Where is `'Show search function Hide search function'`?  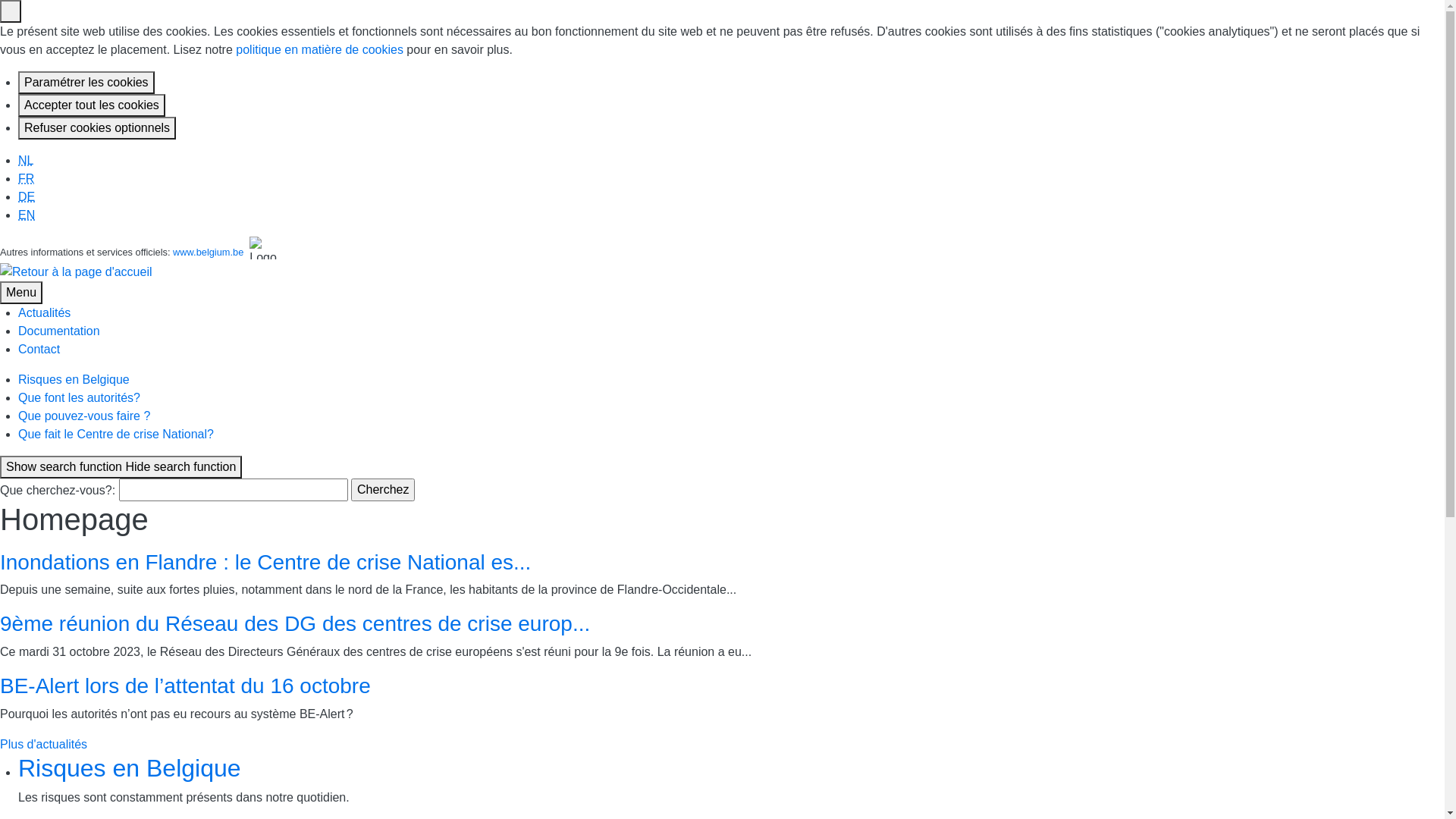 'Show search function Hide search function' is located at coordinates (120, 466).